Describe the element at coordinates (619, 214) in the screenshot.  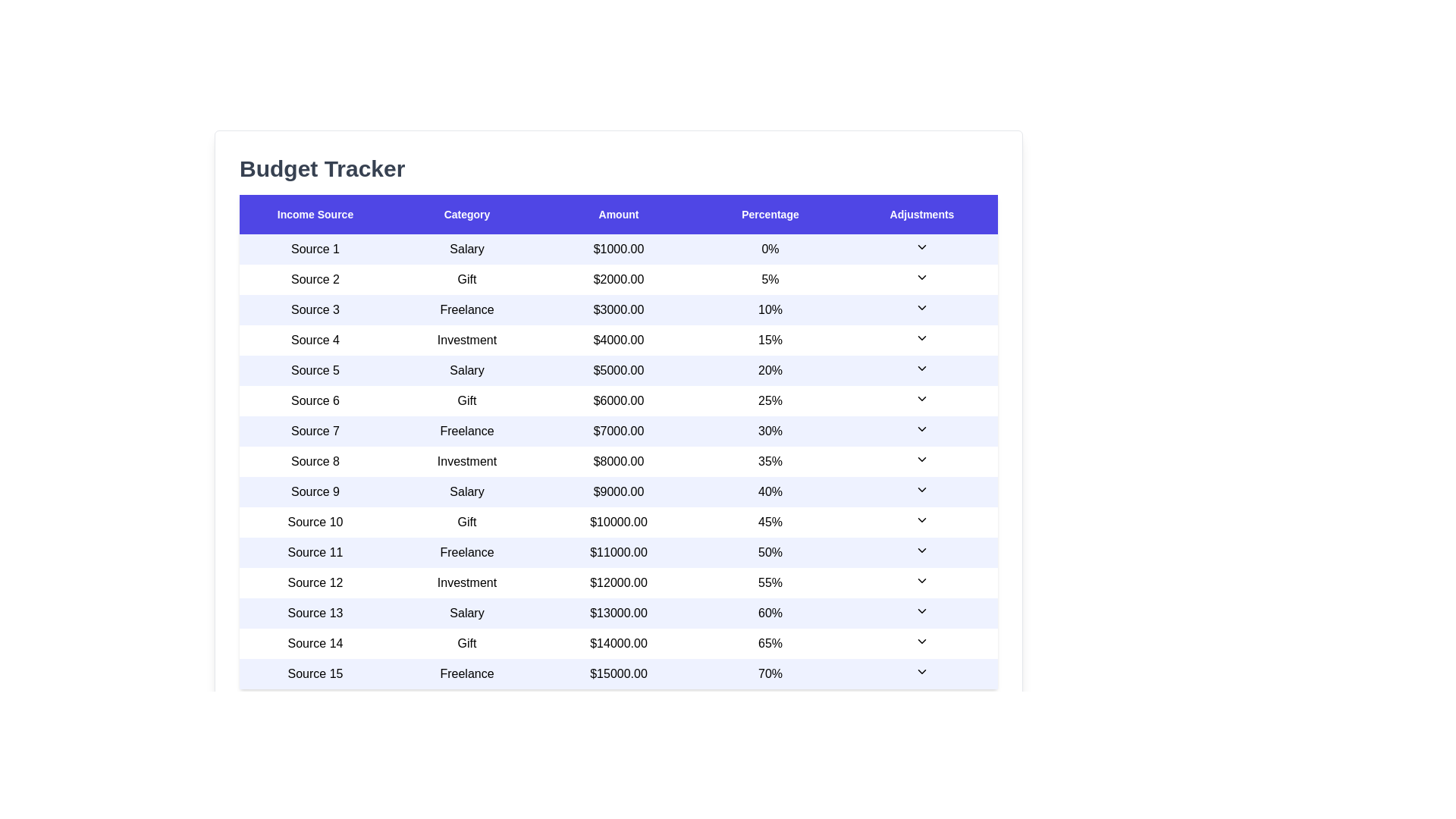
I see `the table header Amount to sort the table by that column` at that location.